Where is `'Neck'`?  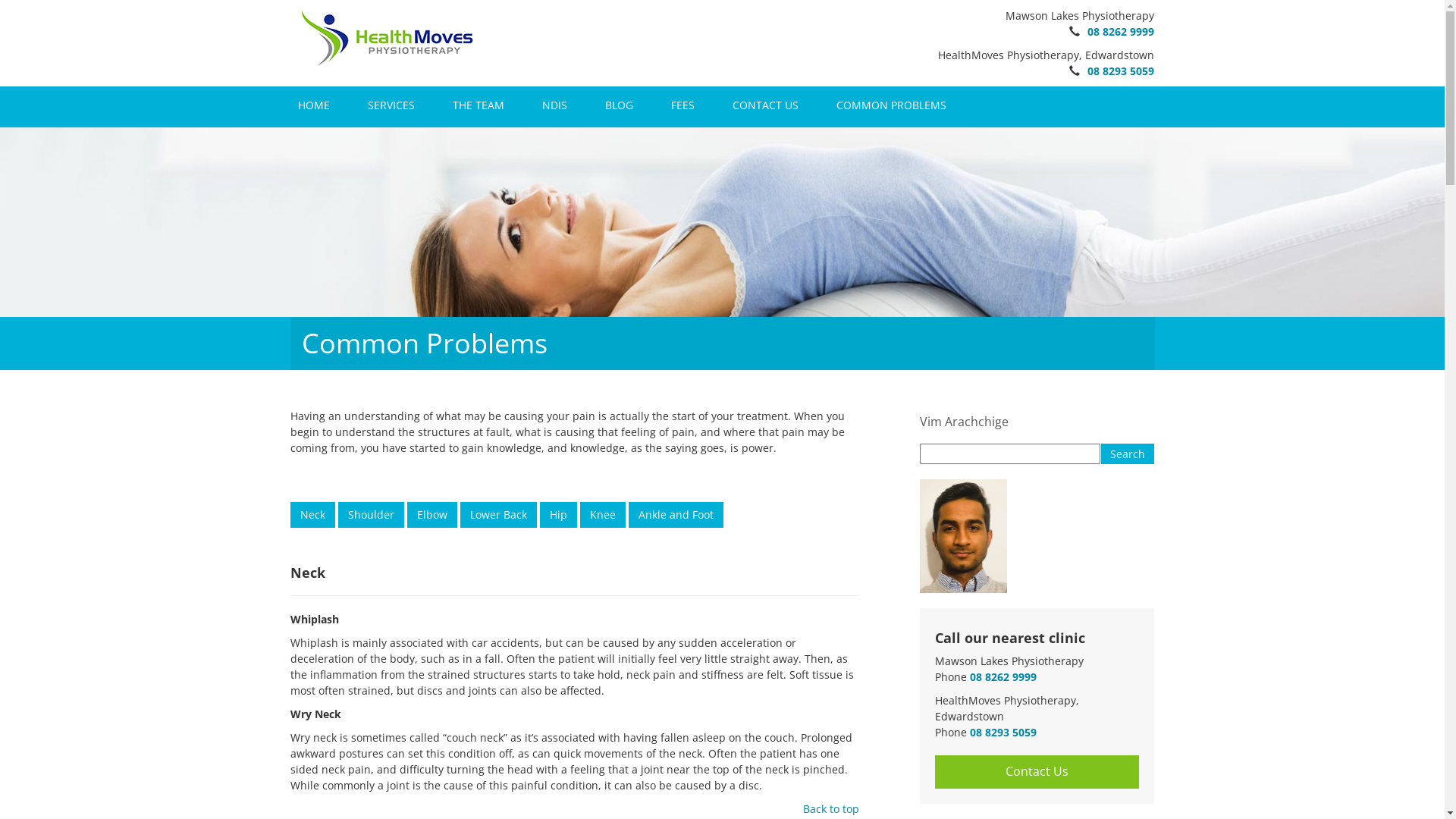
'Neck' is located at coordinates (290, 513).